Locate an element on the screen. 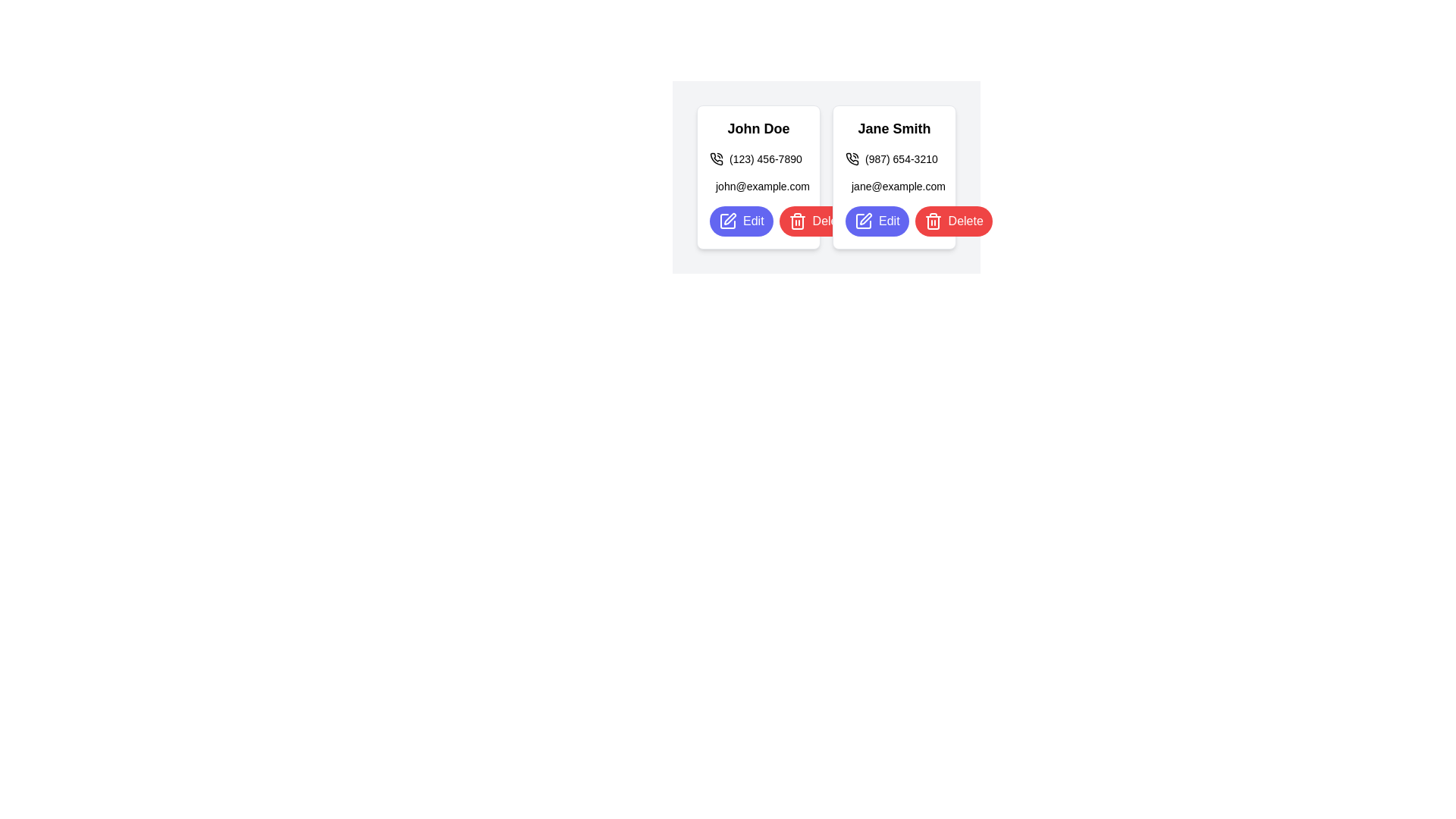 The width and height of the screenshot is (1456, 819). the phone icon representing the contact method for 'John Doe' to interact with it if functionality is enabled is located at coordinates (716, 158).